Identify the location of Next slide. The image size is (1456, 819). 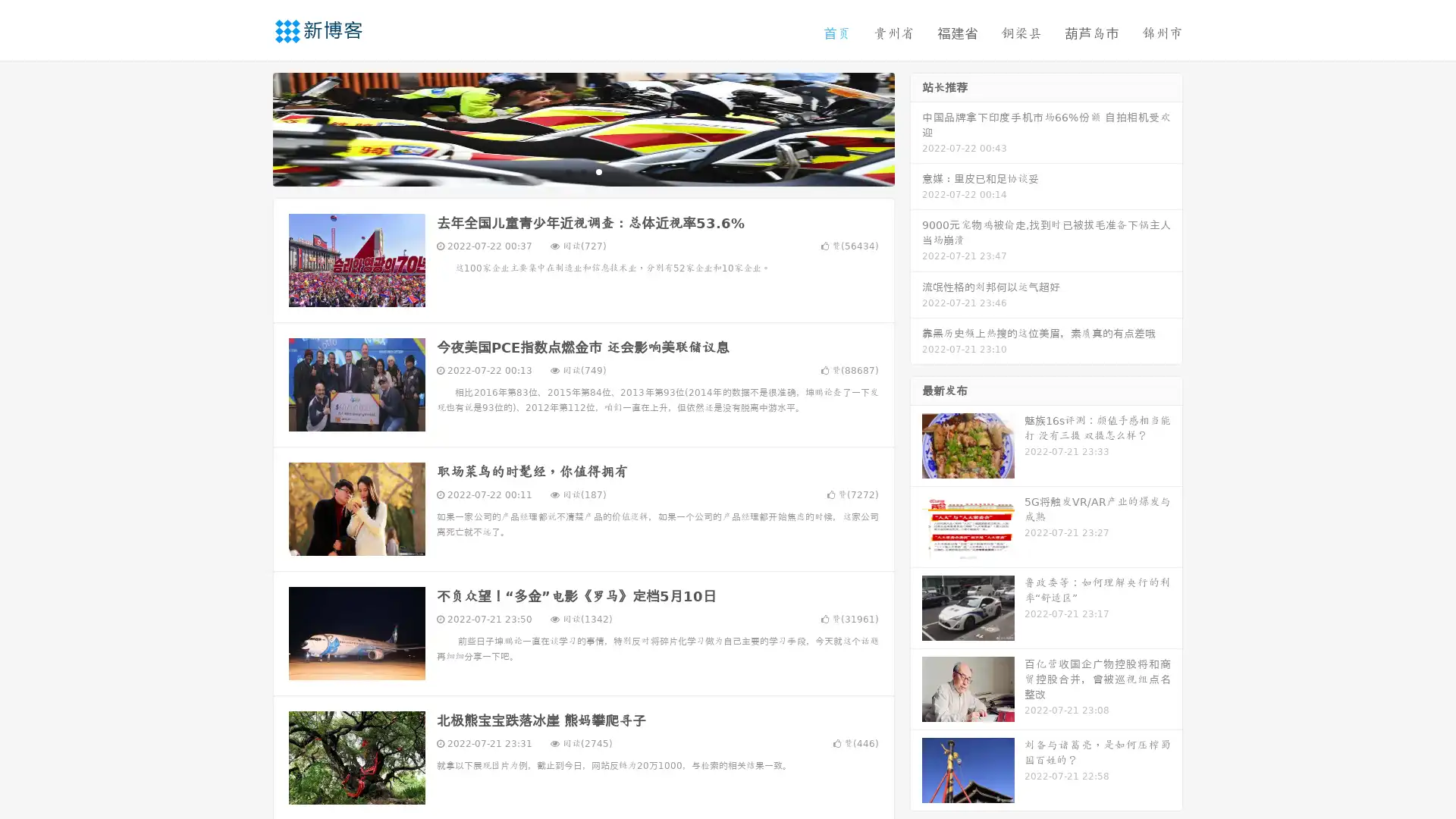
(916, 127).